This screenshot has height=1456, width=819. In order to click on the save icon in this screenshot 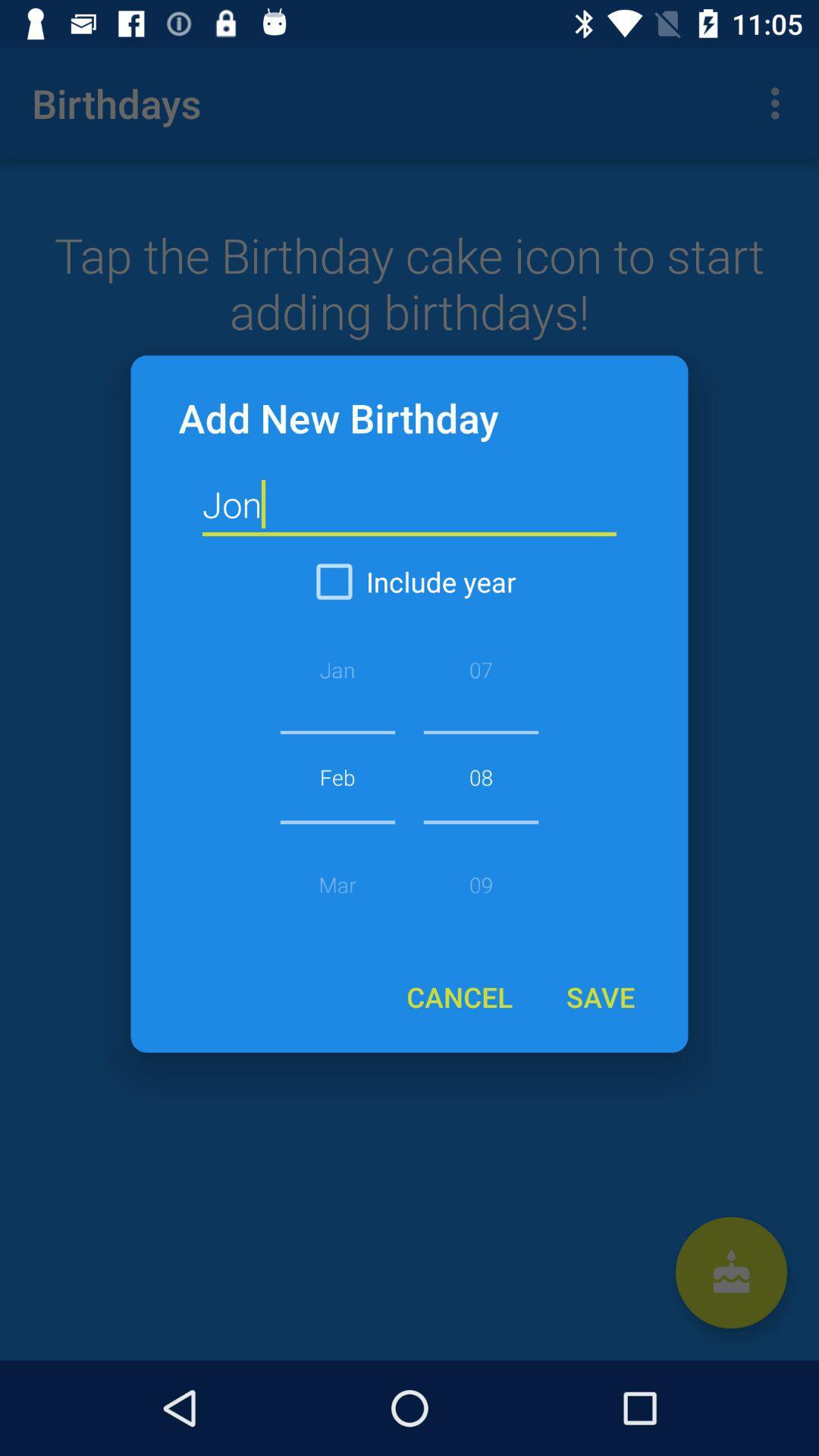, I will do `click(599, 996)`.